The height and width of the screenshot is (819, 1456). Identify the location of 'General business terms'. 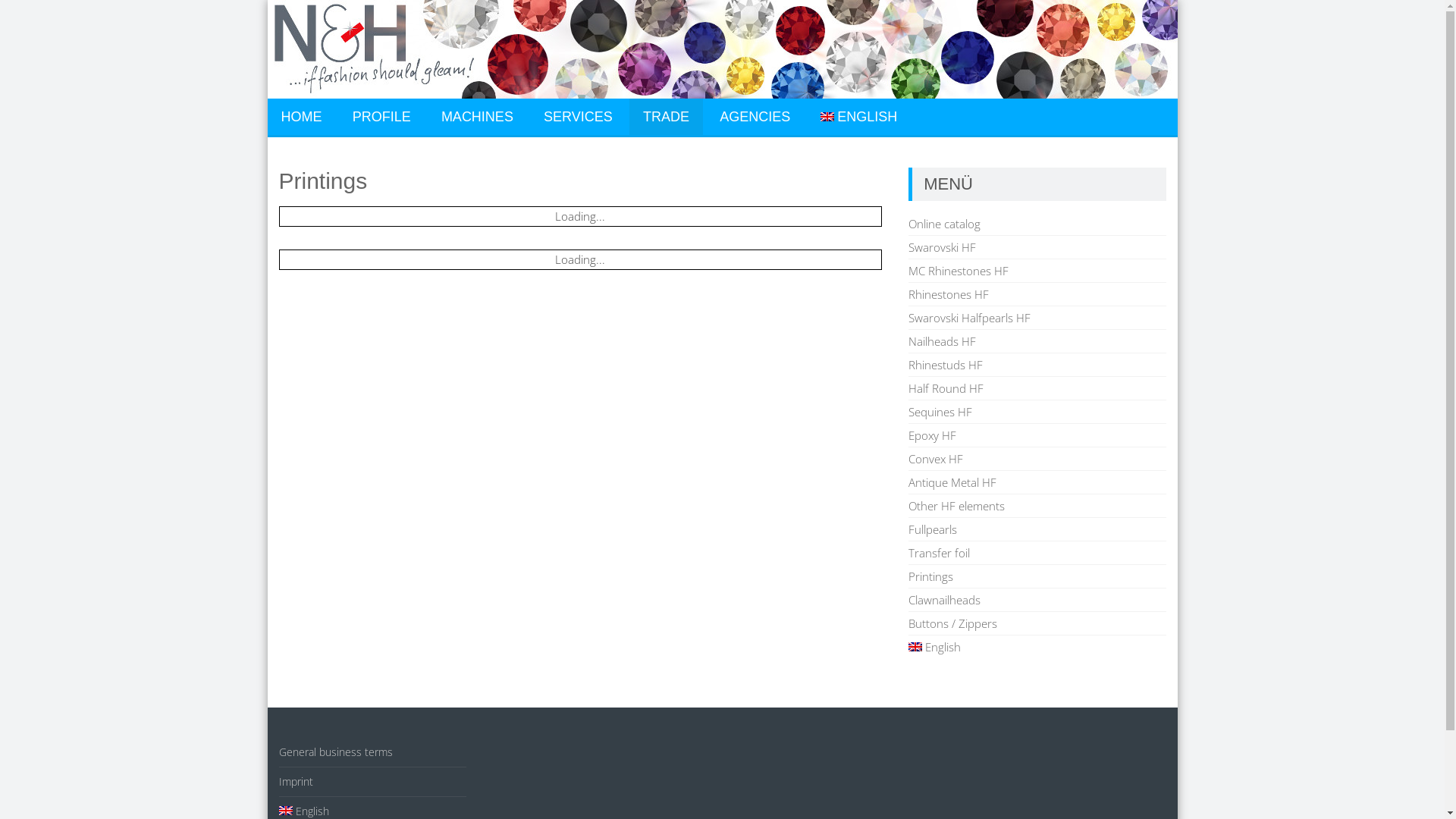
(334, 752).